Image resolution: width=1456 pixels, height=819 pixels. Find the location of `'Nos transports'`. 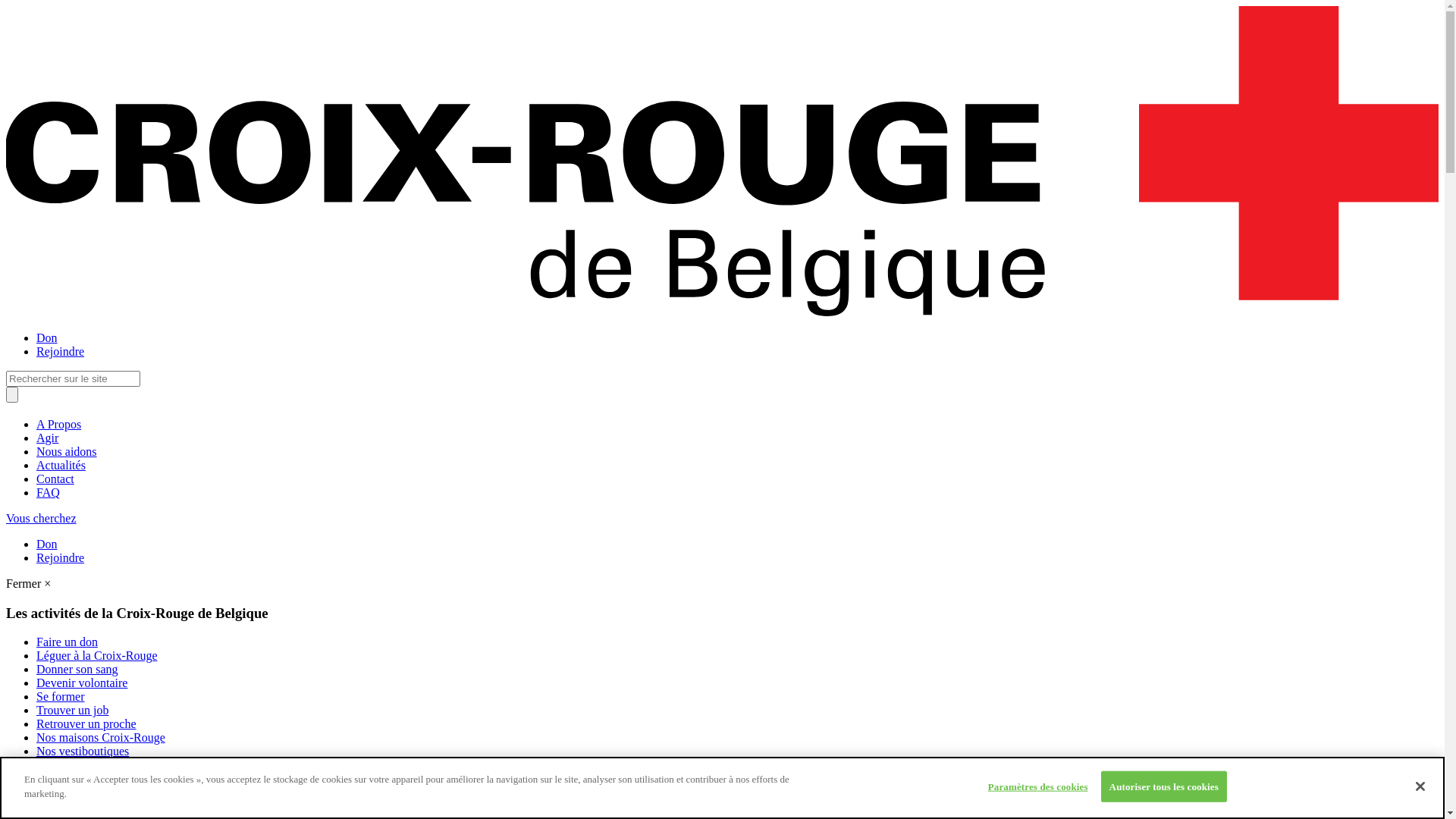

'Nos transports' is located at coordinates (36, 778).